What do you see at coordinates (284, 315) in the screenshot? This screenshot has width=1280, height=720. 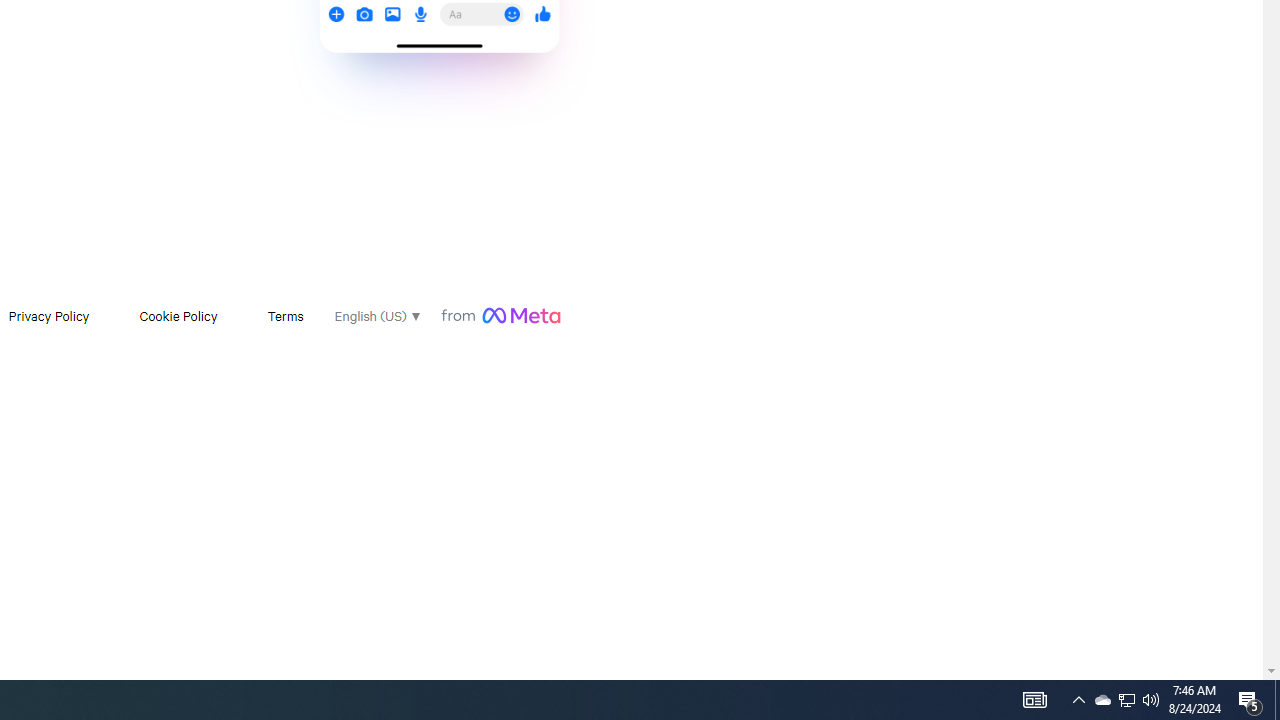 I see `'Terms'` at bounding box center [284, 315].